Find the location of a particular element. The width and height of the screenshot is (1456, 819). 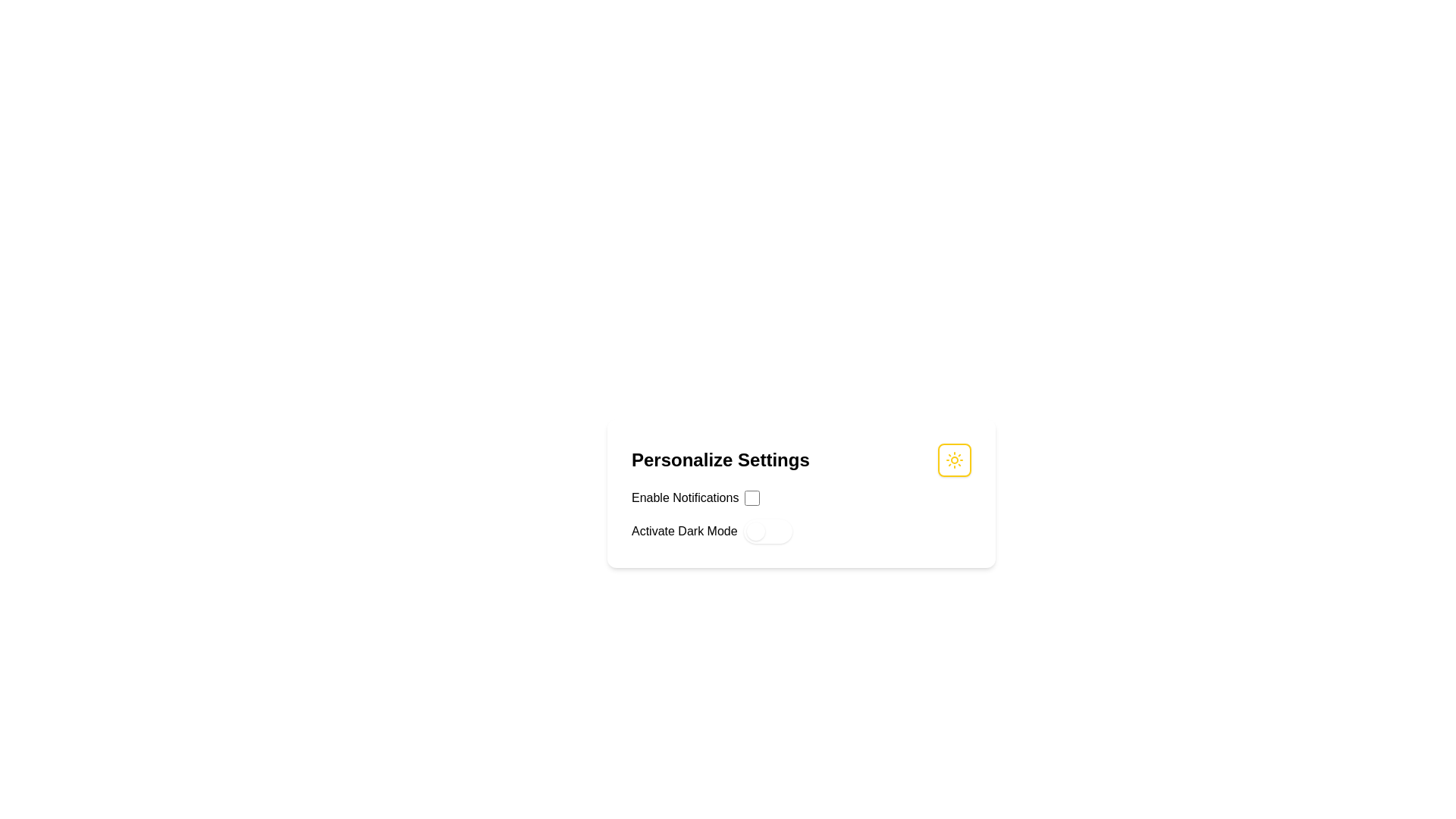

the toggle is located at coordinates (760, 531).